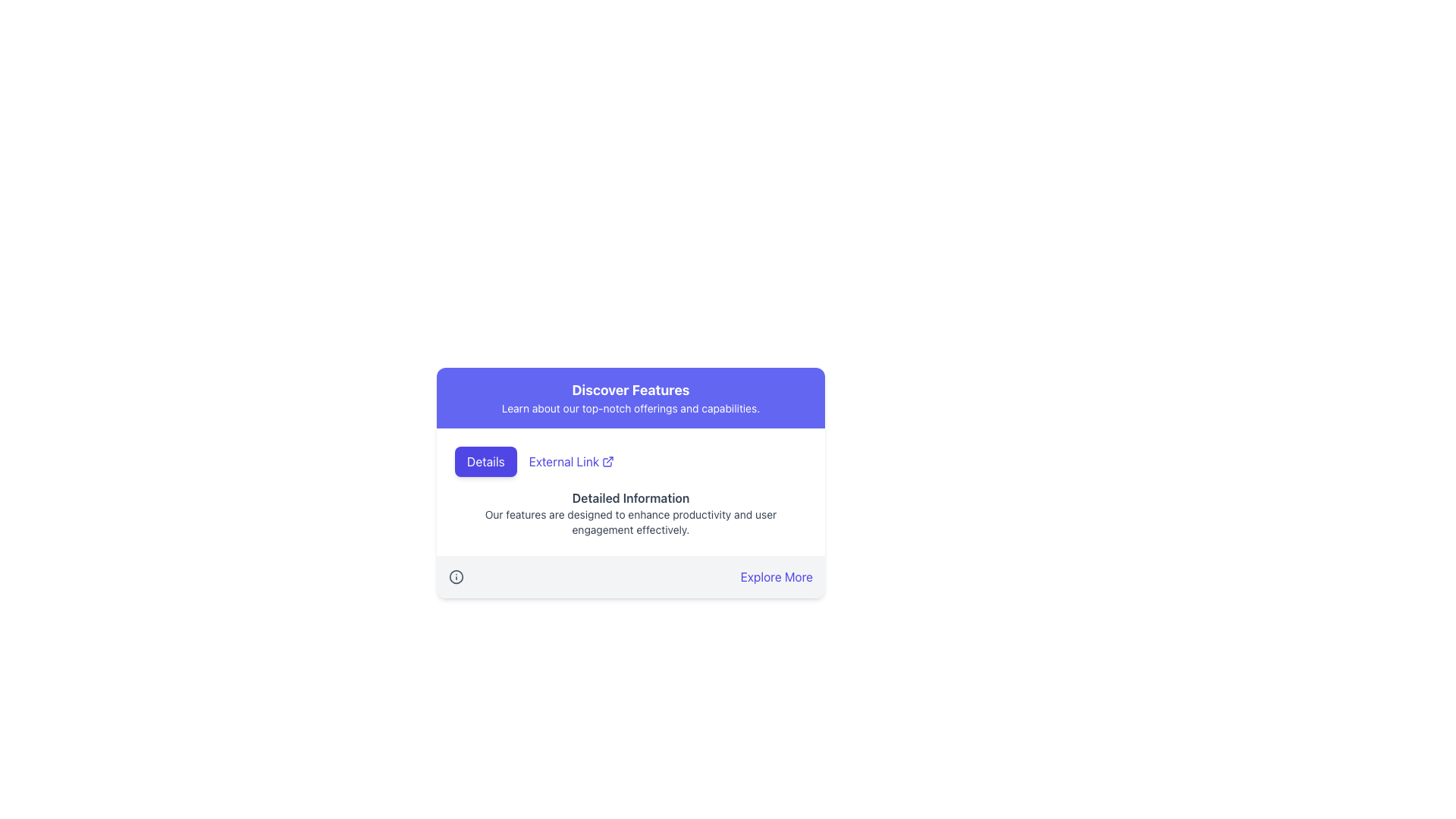  What do you see at coordinates (630, 408) in the screenshot?
I see `the static text element that reads 'Learn about our top-notch offerings and capabilities.' located within the purple banner below the title 'Discover Features.'` at bounding box center [630, 408].